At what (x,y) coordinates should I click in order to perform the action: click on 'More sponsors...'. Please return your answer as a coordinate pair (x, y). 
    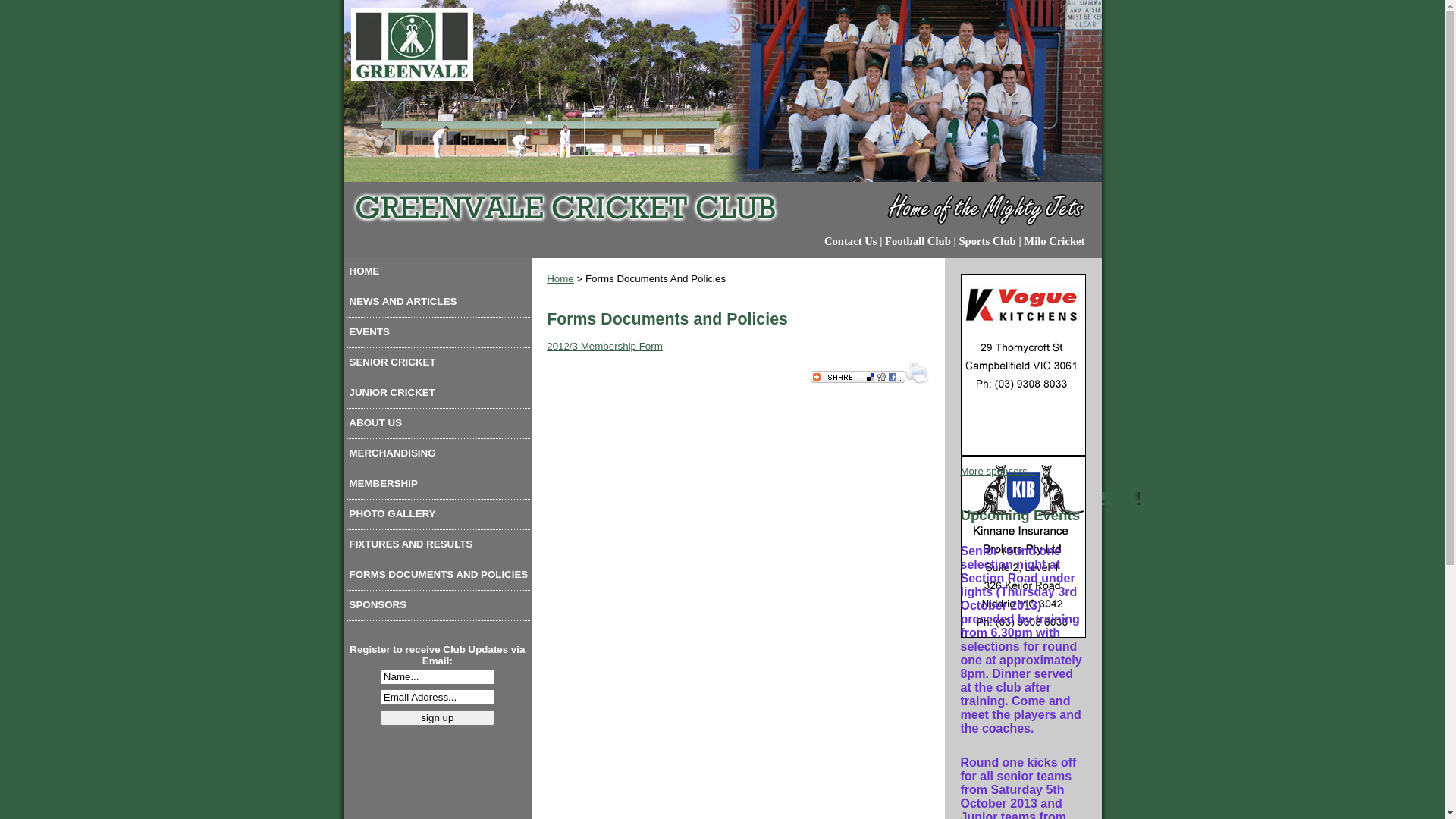
    Looking at the image, I should click on (959, 470).